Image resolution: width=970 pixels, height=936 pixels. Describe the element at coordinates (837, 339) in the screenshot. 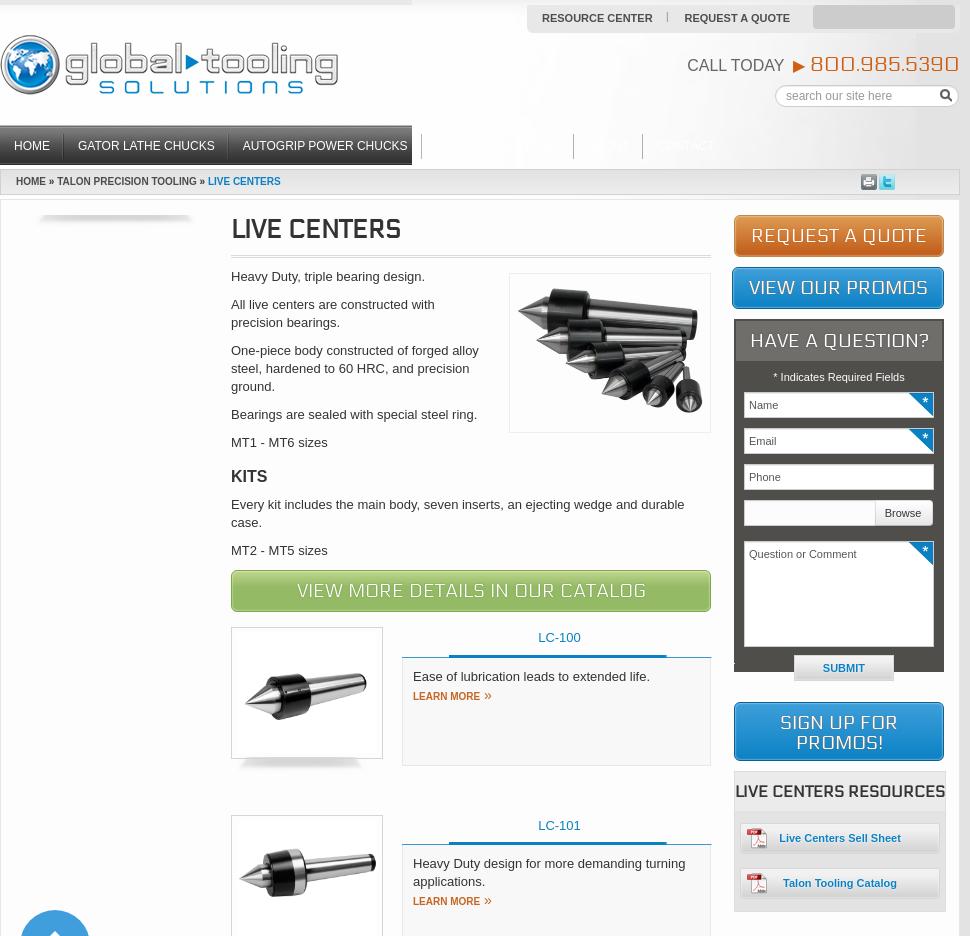

I see `'Have A Question?'` at that location.